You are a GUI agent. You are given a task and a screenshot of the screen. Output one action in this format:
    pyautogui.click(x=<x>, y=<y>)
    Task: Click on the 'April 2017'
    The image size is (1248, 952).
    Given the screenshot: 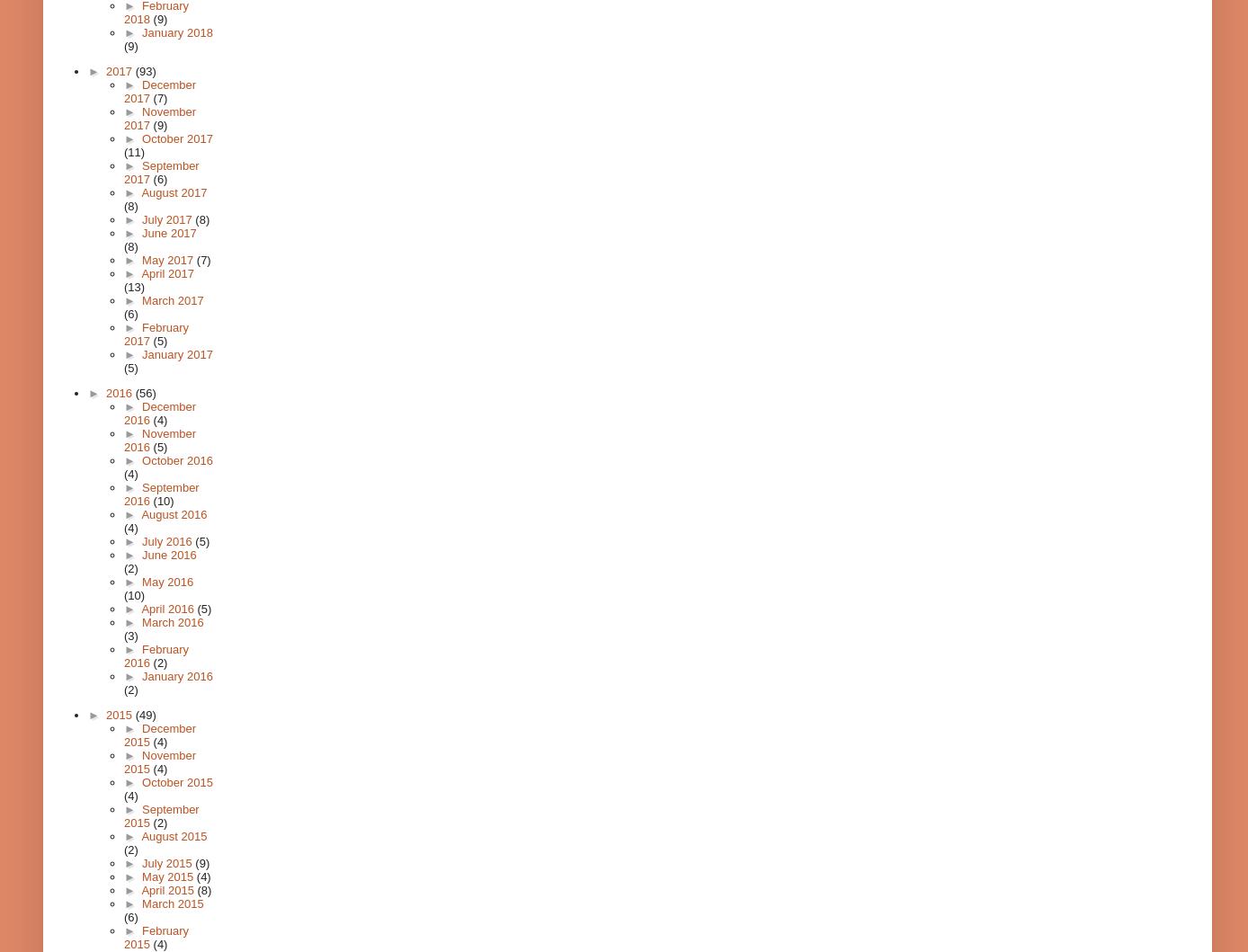 What is the action you would take?
    pyautogui.click(x=165, y=273)
    